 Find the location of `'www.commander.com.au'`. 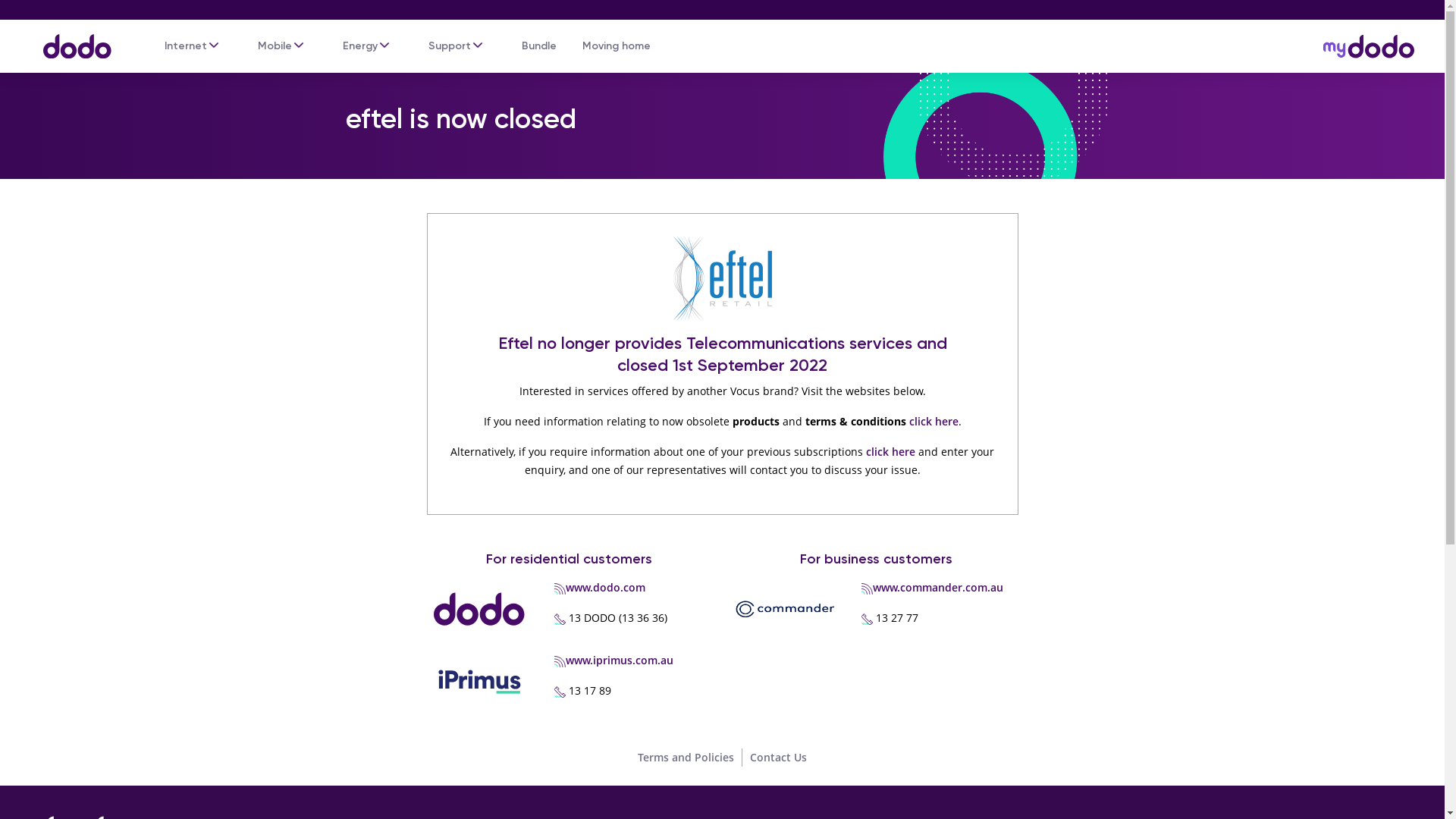

'www.commander.com.au' is located at coordinates (873, 586).